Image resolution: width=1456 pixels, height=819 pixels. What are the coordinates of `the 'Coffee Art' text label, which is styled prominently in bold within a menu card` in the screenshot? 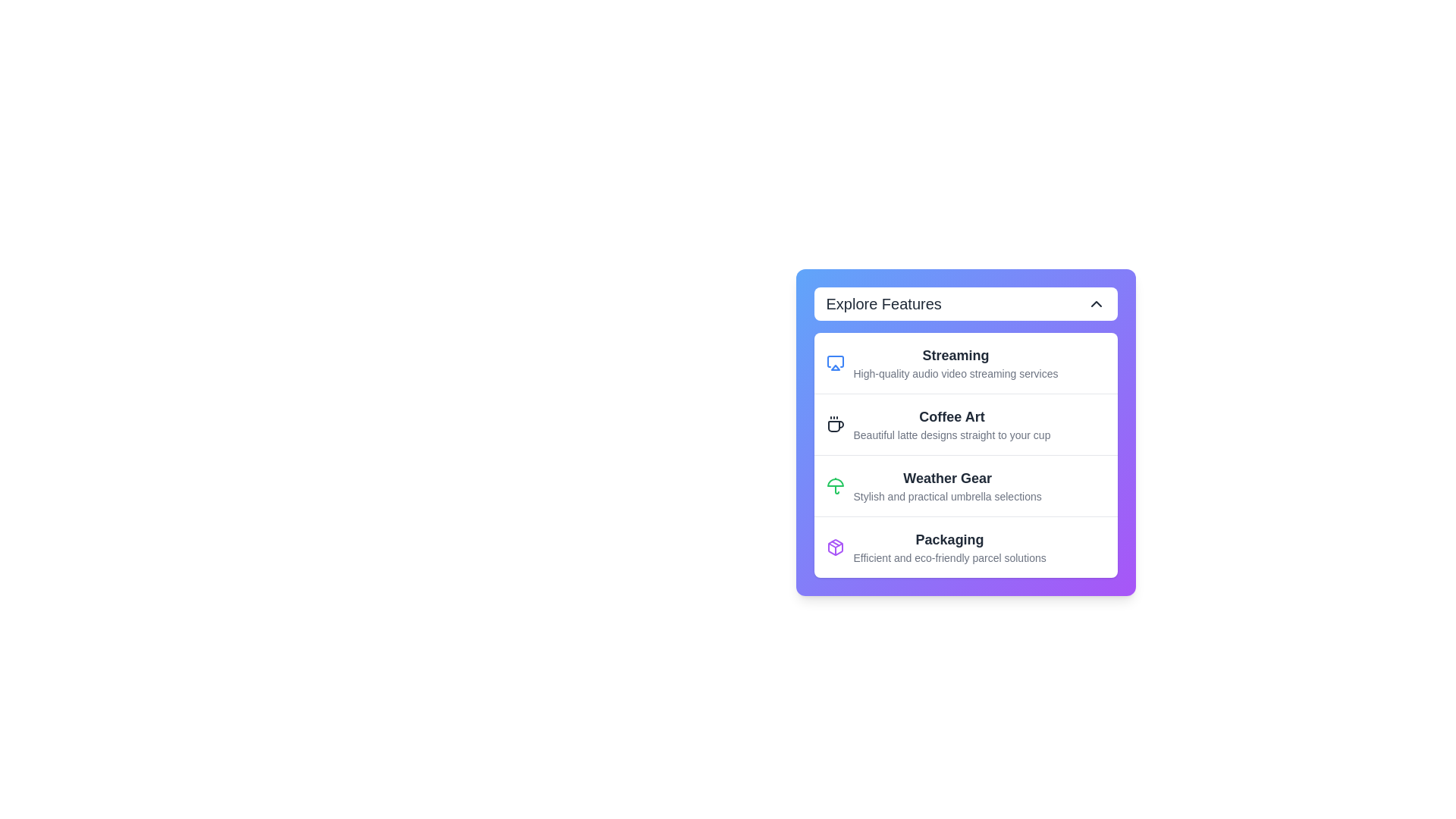 It's located at (951, 417).